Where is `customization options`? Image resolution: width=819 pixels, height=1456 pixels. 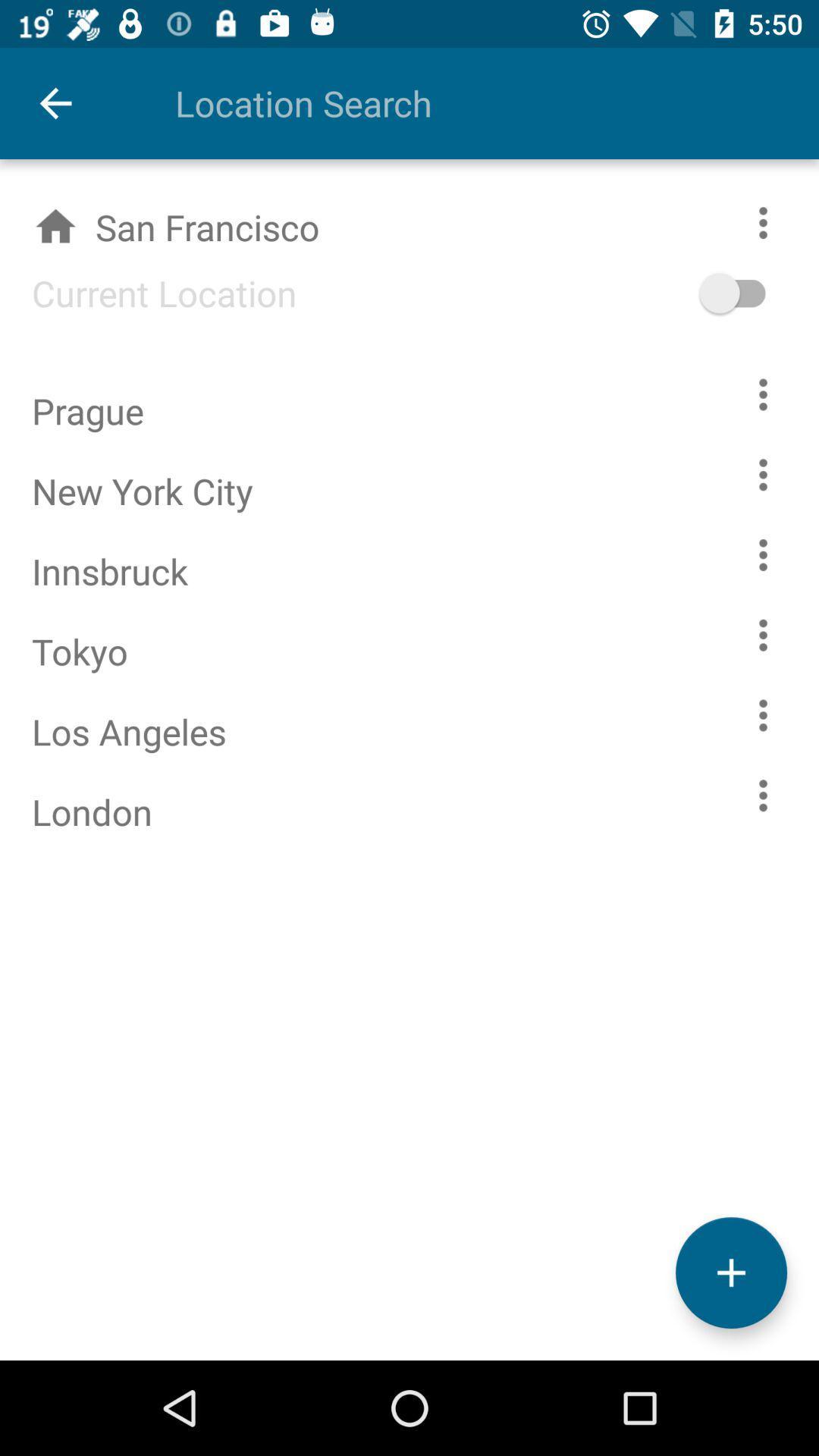 customization options is located at coordinates (779, 221).